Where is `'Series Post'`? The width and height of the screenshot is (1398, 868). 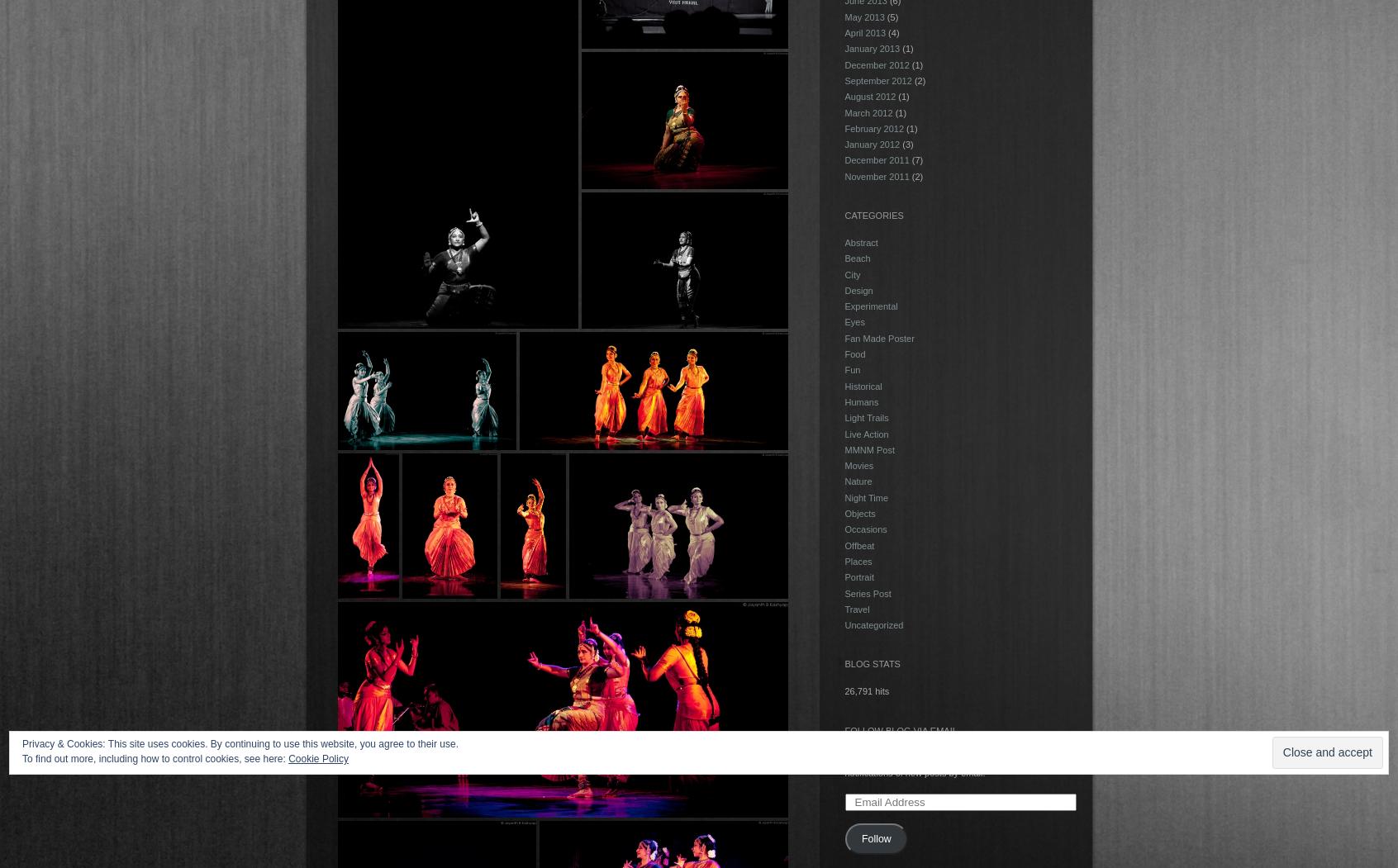
'Series Post' is located at coordinates (843, 592).